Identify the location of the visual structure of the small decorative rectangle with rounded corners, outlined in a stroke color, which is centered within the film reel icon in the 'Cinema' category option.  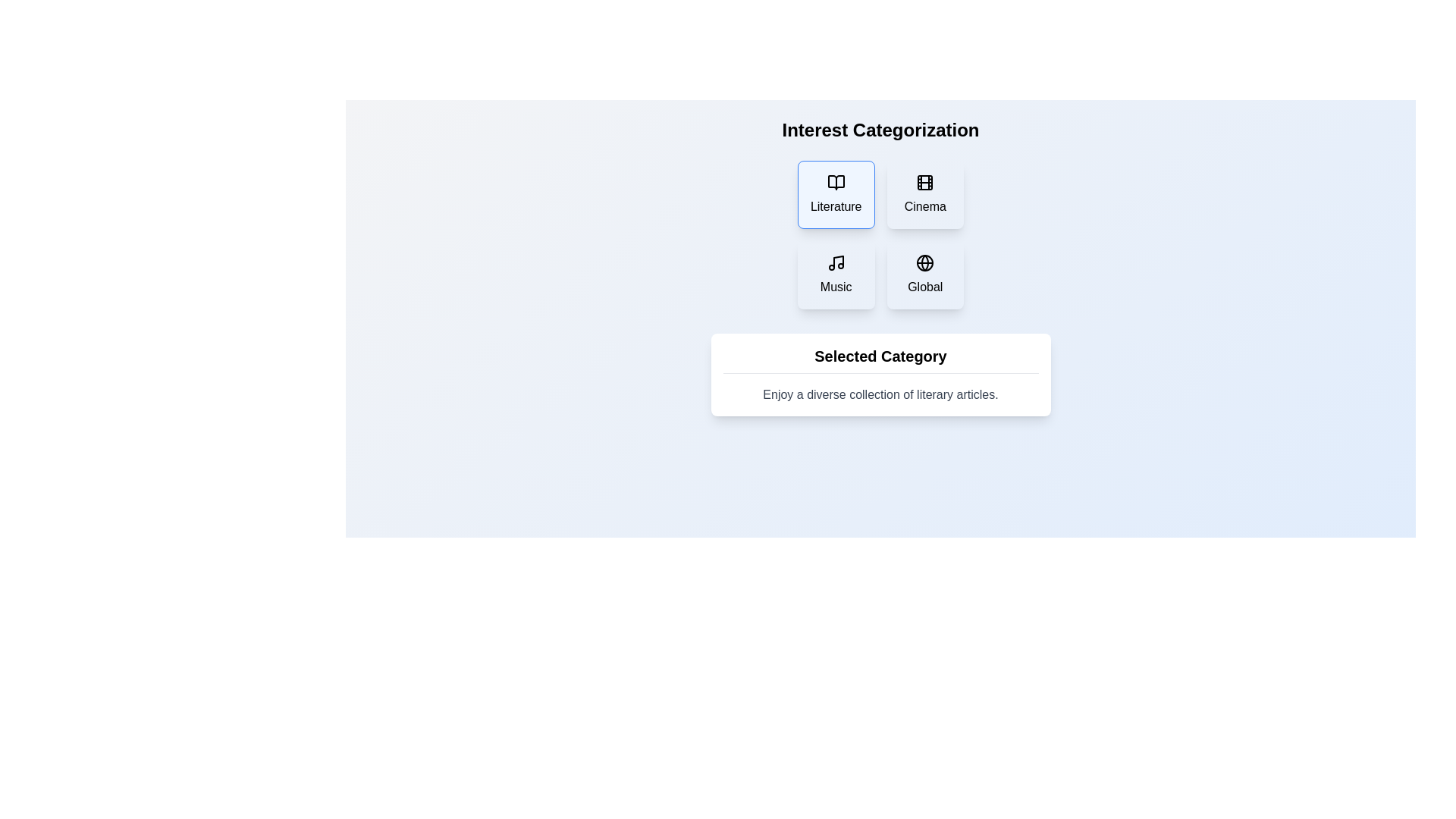
(924, 181).